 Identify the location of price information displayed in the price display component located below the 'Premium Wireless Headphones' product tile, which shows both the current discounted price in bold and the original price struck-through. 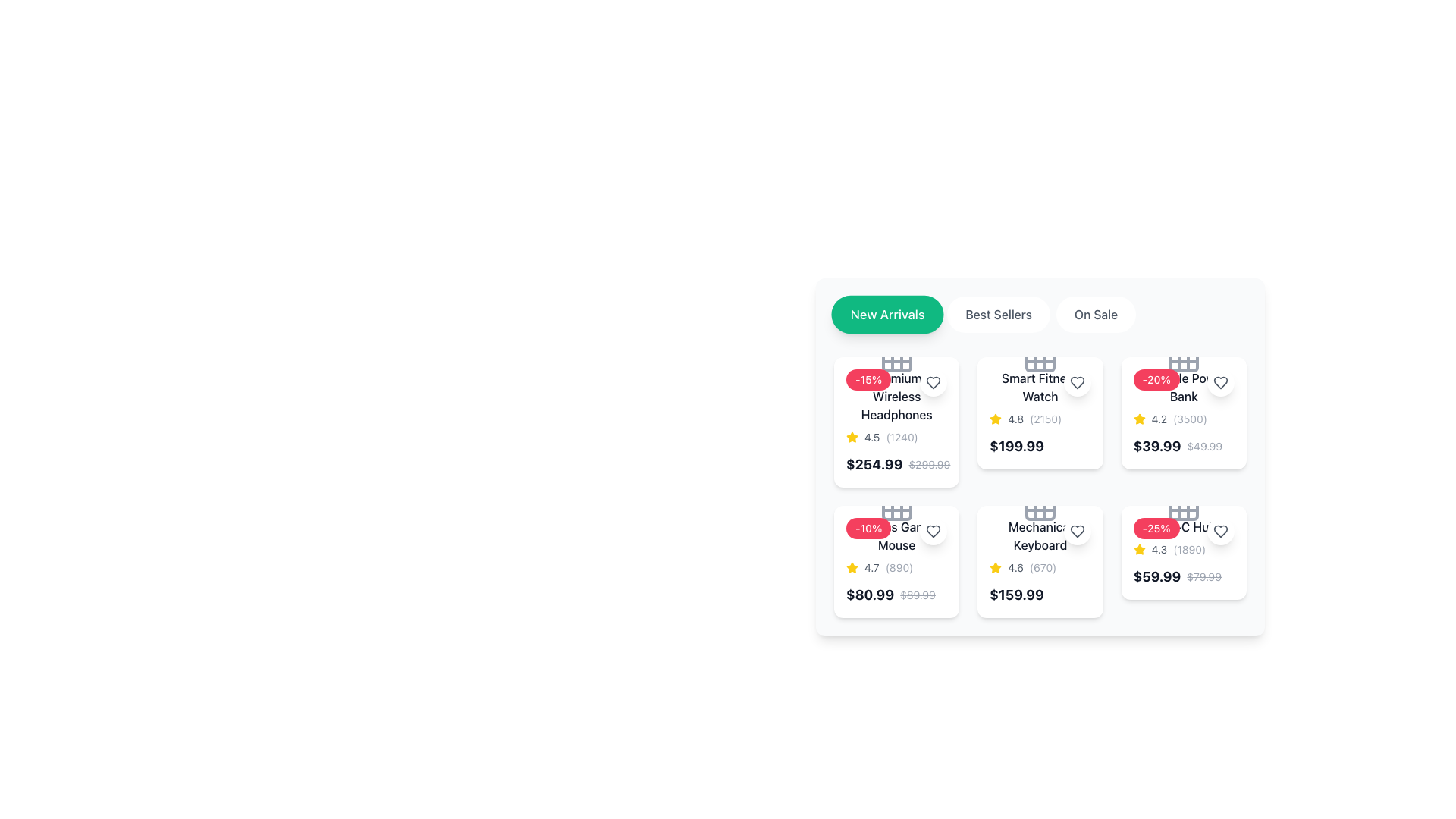
(898, 464).